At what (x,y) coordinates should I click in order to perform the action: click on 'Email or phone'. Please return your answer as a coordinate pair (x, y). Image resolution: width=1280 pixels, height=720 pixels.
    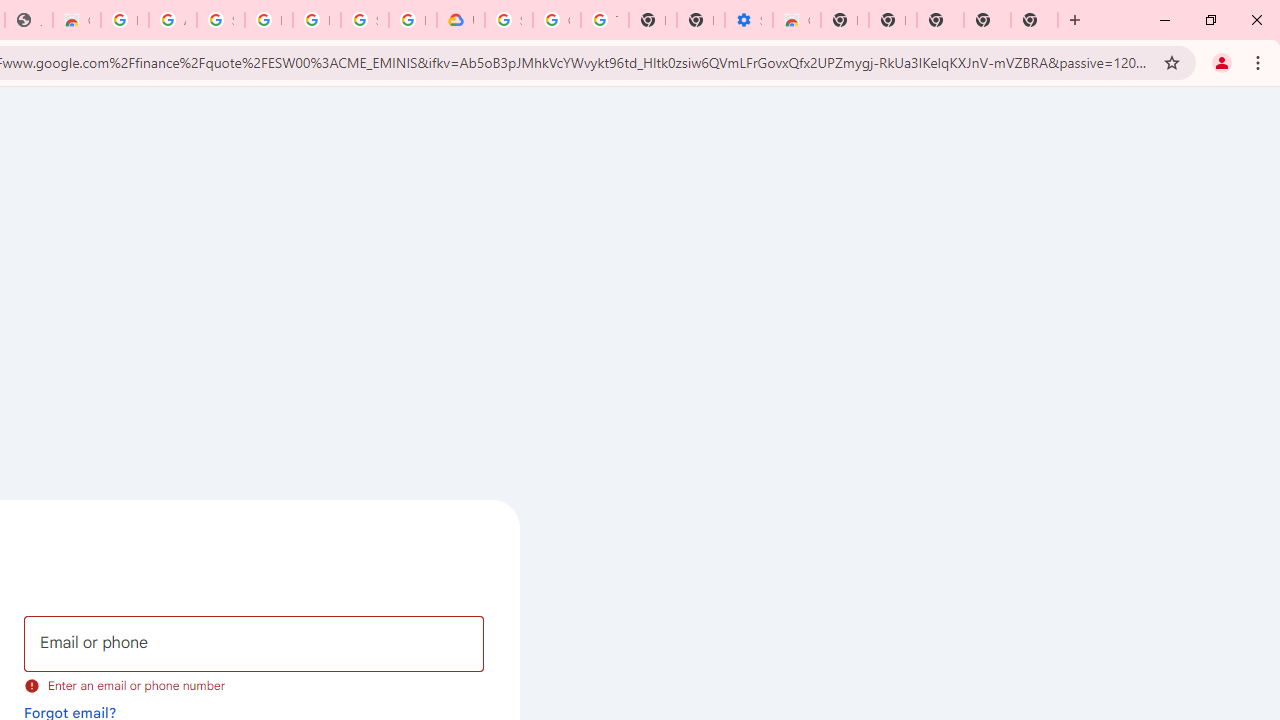
    Looking at the image, I should click on (253, 643).